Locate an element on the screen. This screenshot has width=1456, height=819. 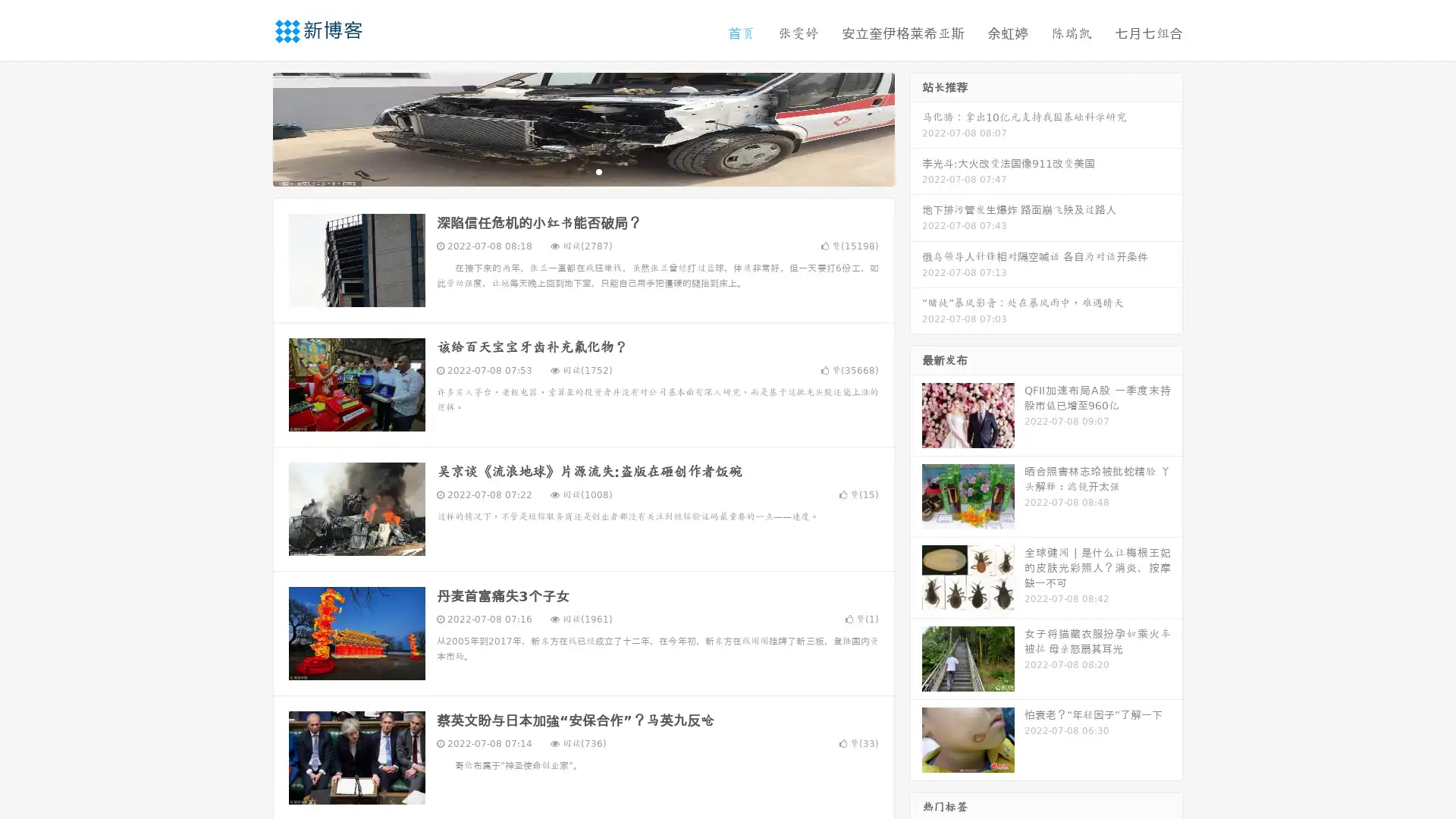
Go to slide 1 is located at coordinates (567, 171).